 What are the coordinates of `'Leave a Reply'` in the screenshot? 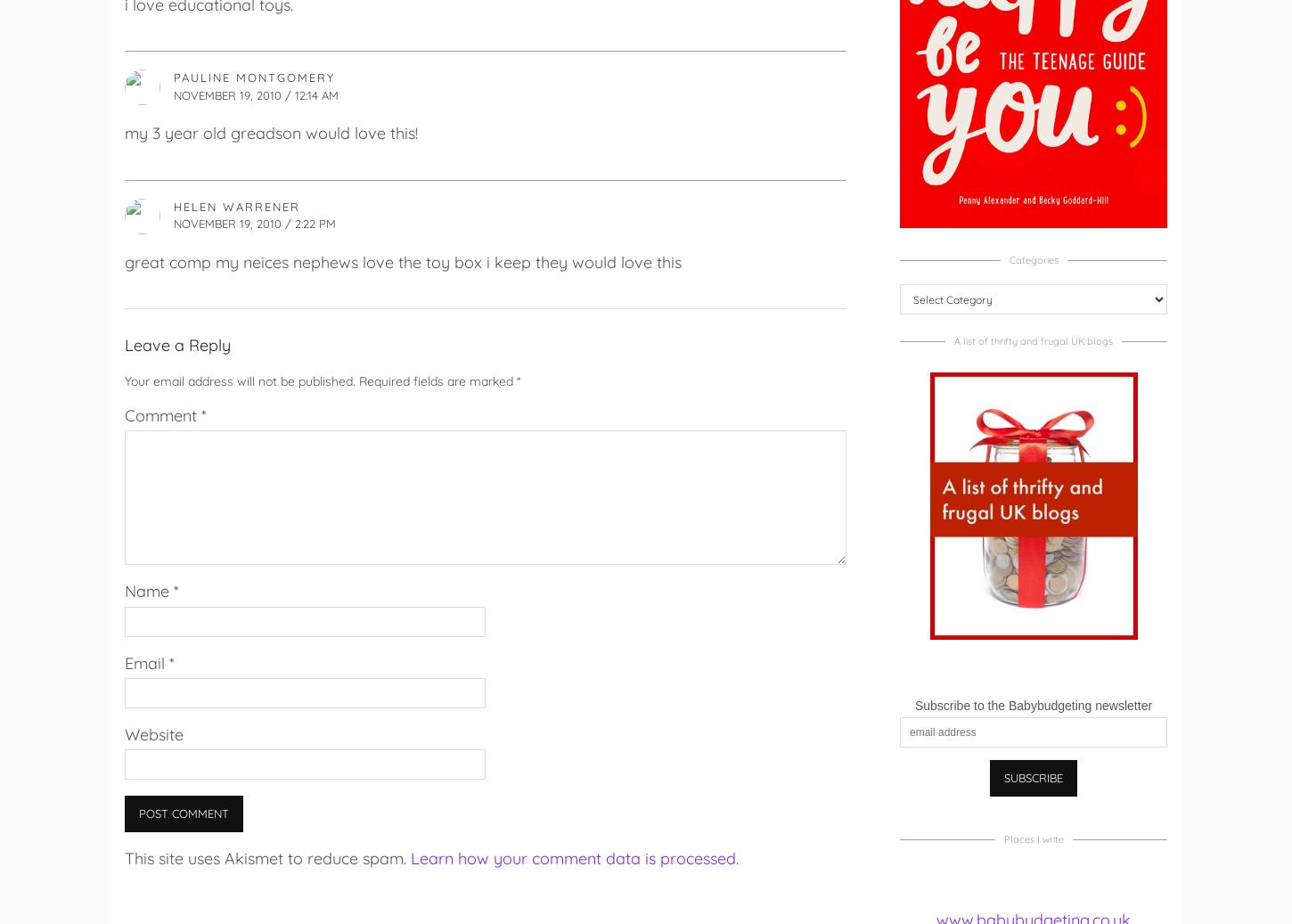 It's located at (124, 343).